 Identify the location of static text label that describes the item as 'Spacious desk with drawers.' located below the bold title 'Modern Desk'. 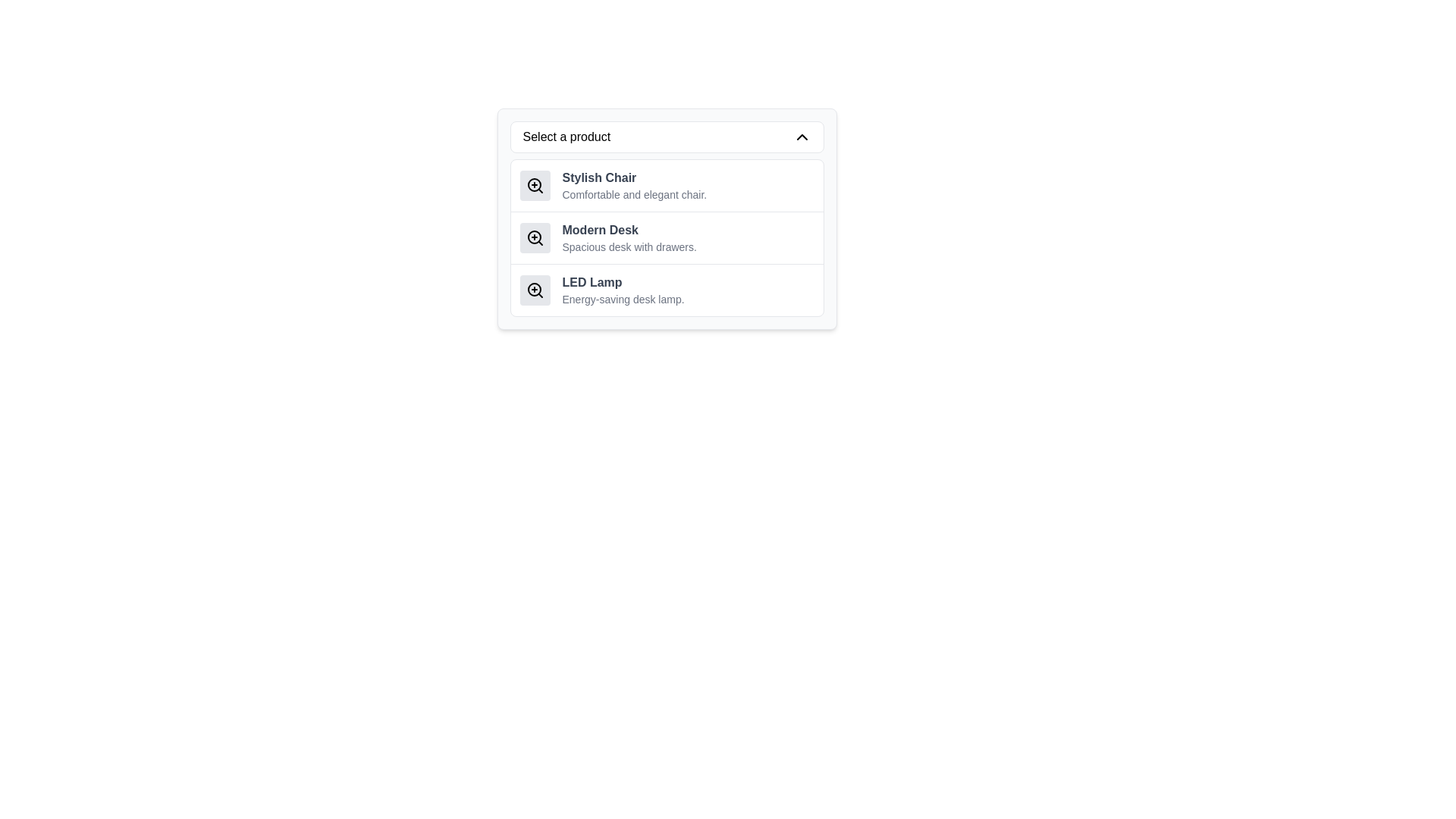
(629, 246).